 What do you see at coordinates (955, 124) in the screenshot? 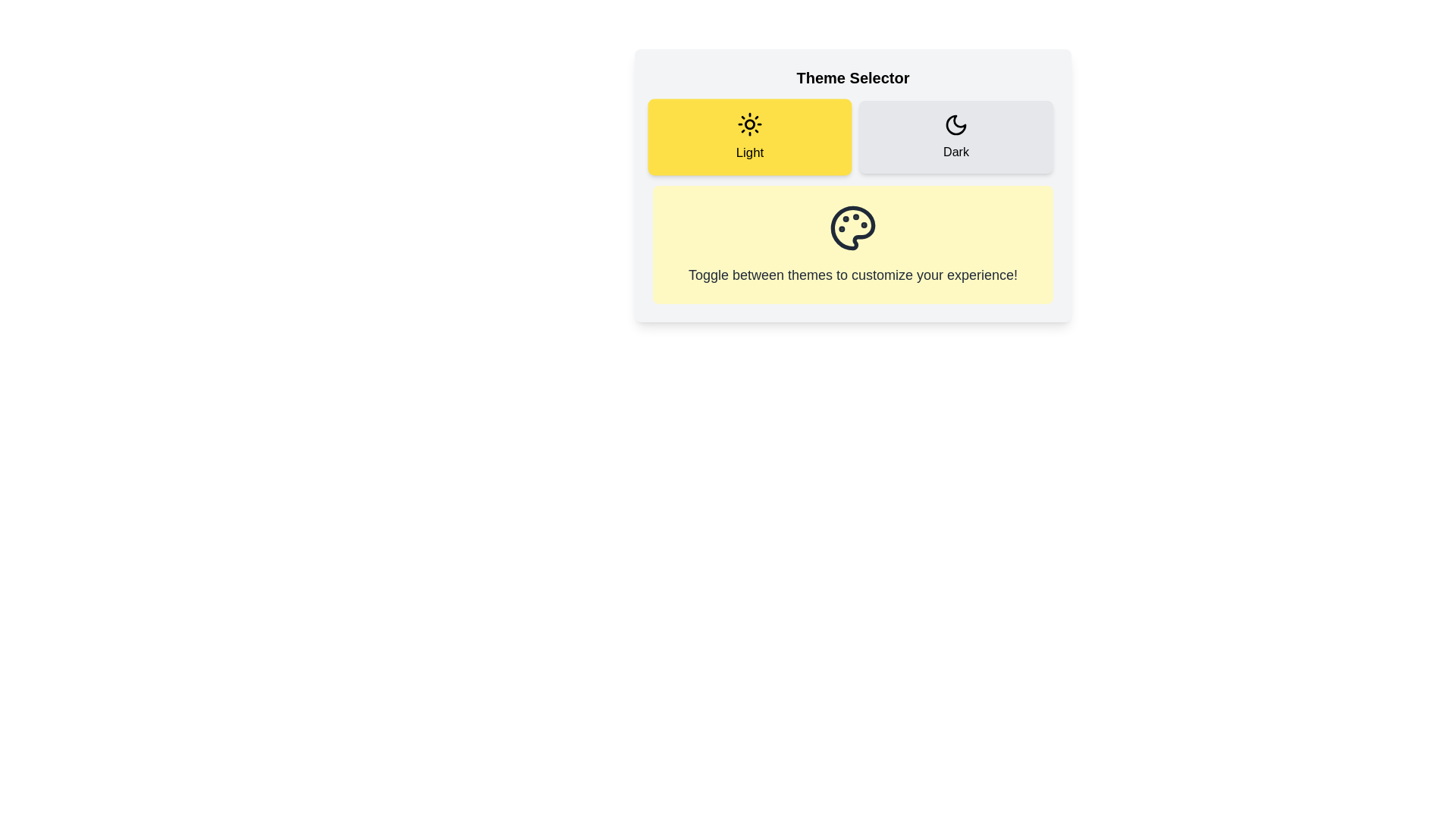
I see `the crescent moon icon in the theme selector` at bounding box center [955, 124].